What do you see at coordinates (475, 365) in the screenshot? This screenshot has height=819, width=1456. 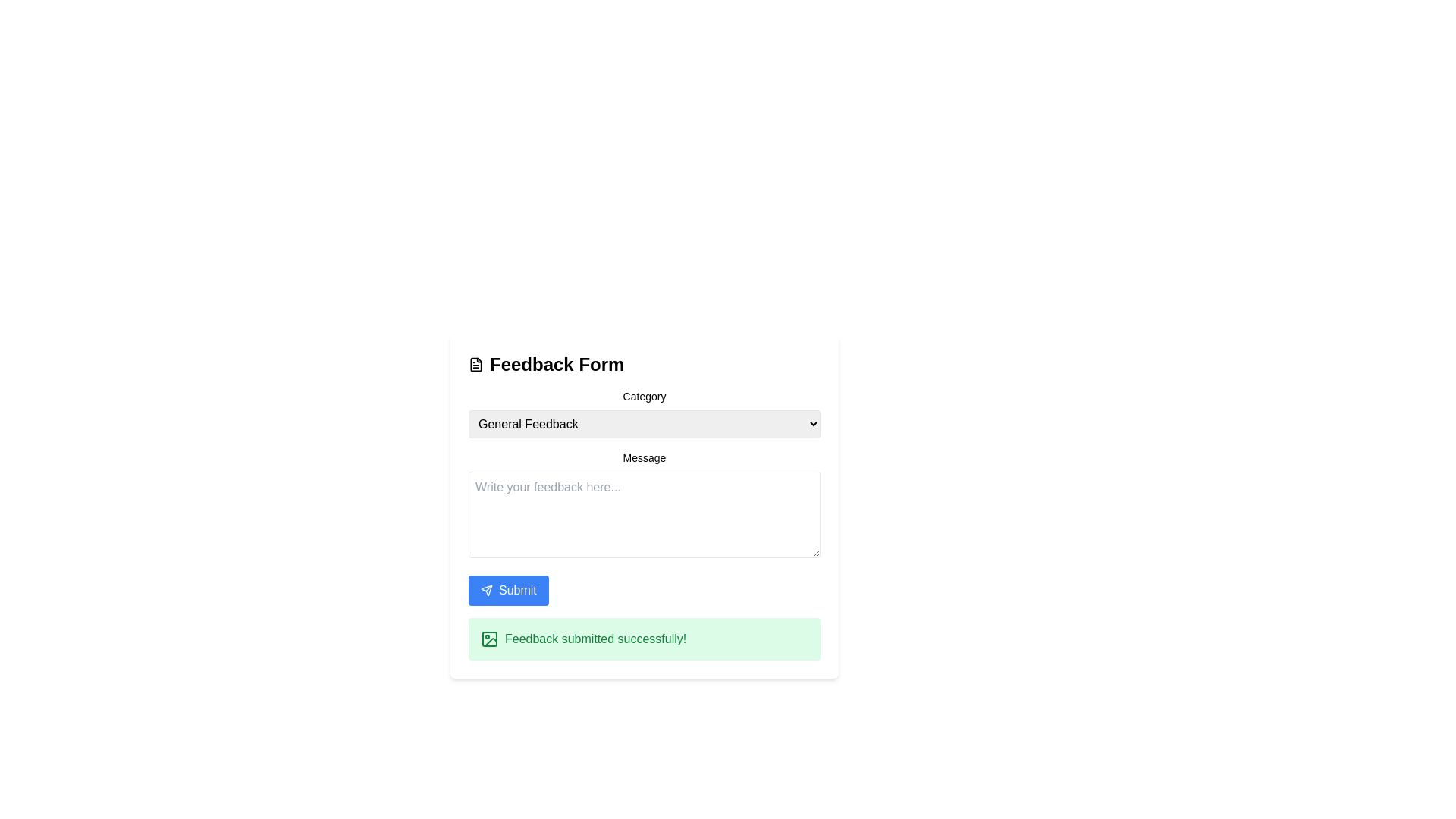 I see `the document icon component preceding the text 'Feedback Form' at the top of the form interface` at bounding box center [475, 365].